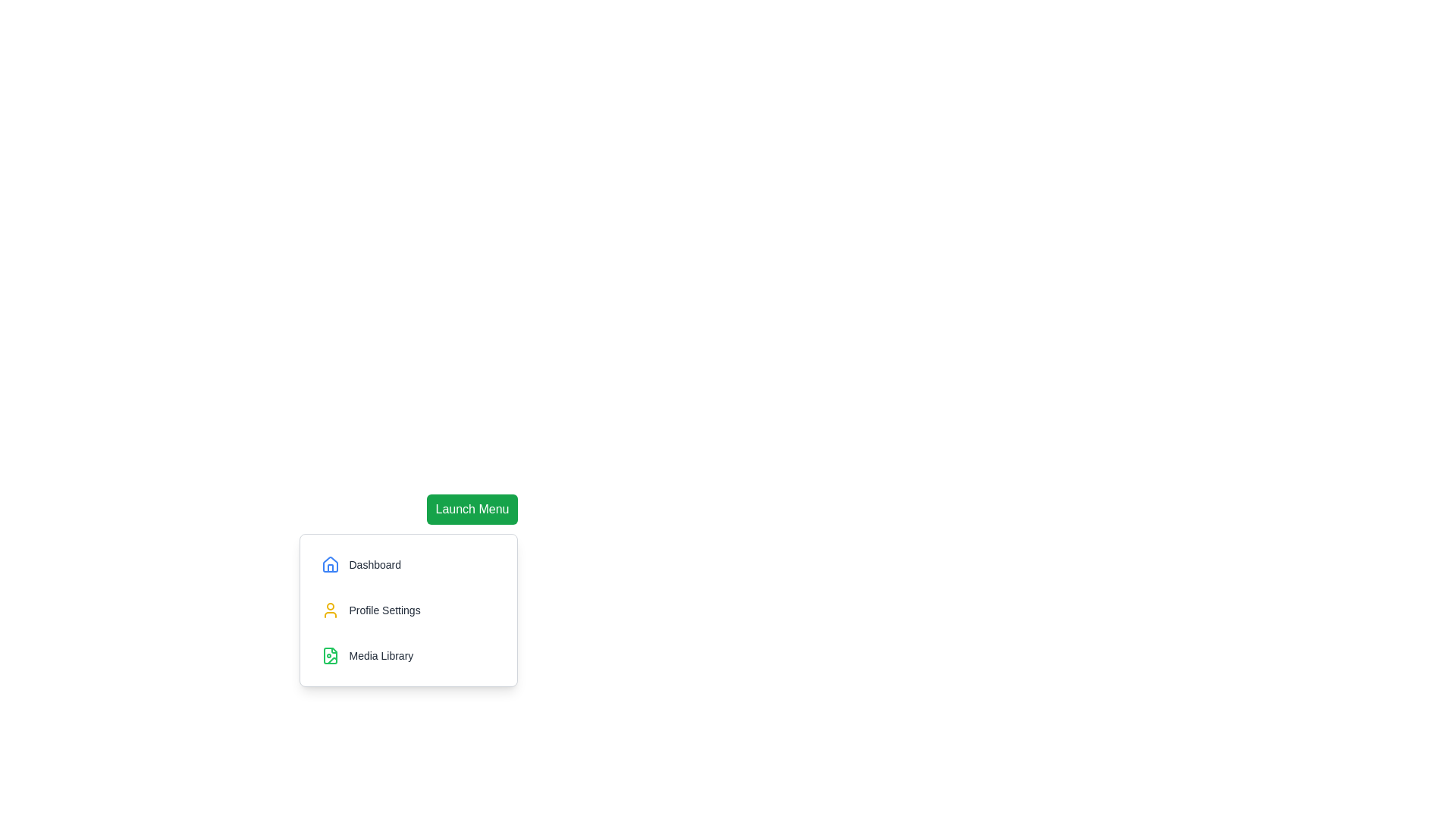 This screenshot has height=819, width=1456. I want to click on the 'Media Library' button, which is a green icon with an image and black text, located as the third option in the vertical menu below 'Dashboard' and 'Profile Settings', so click(409, 654).